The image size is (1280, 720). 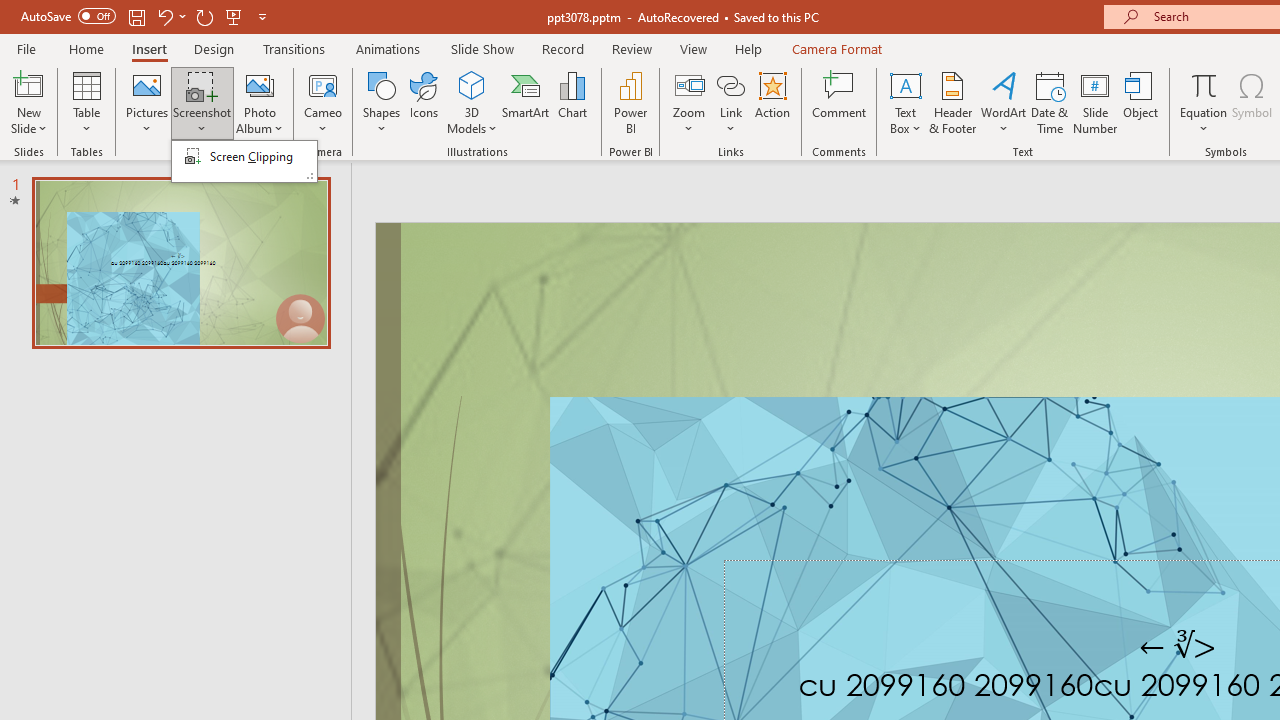 I want to click on 'Object...', so click(x=1141, y=103).